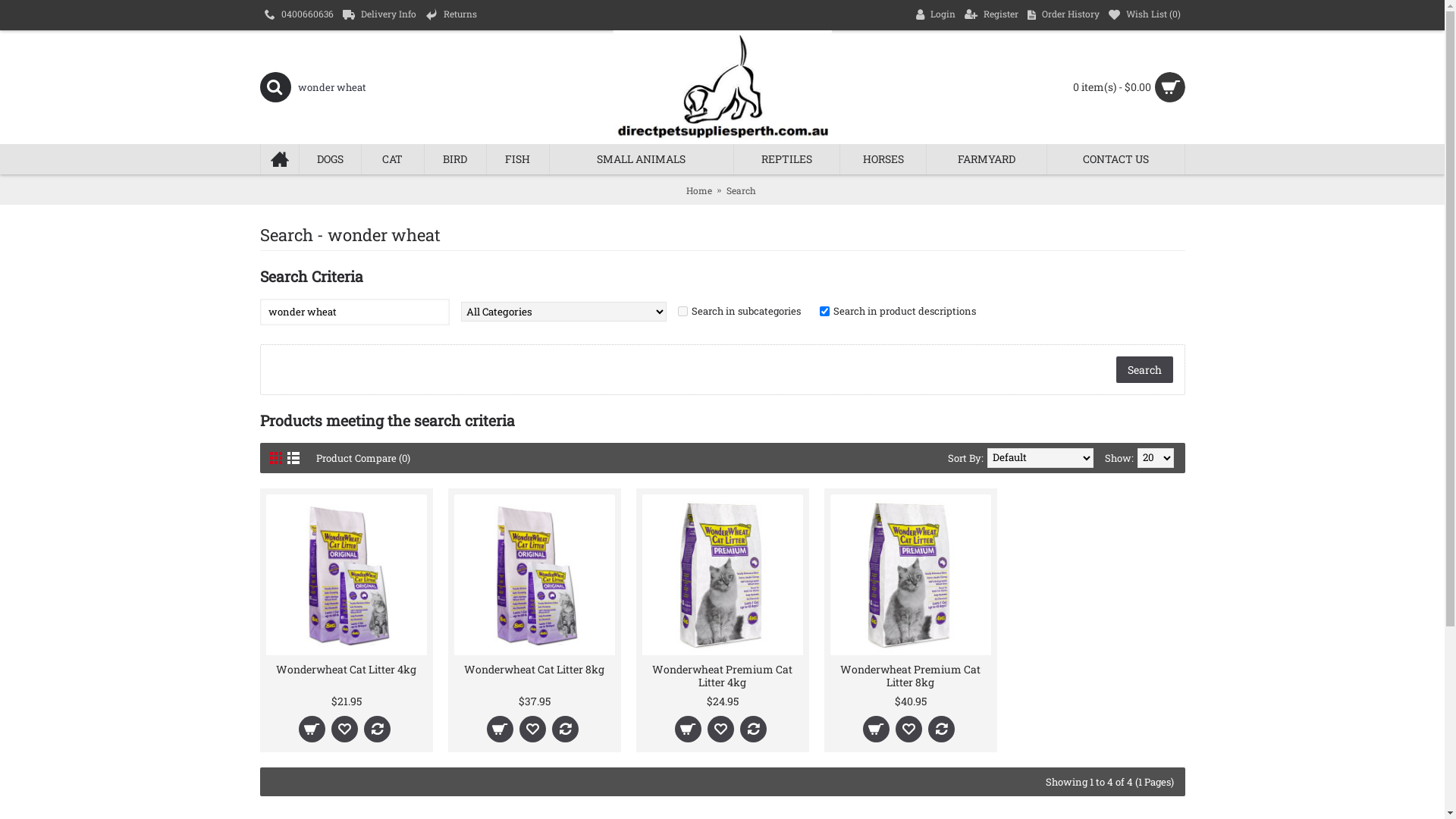 The image size is (1456, 819). Describe the element at coordinates (741, 189) in the screenshot. I see `'Search'` at that location.